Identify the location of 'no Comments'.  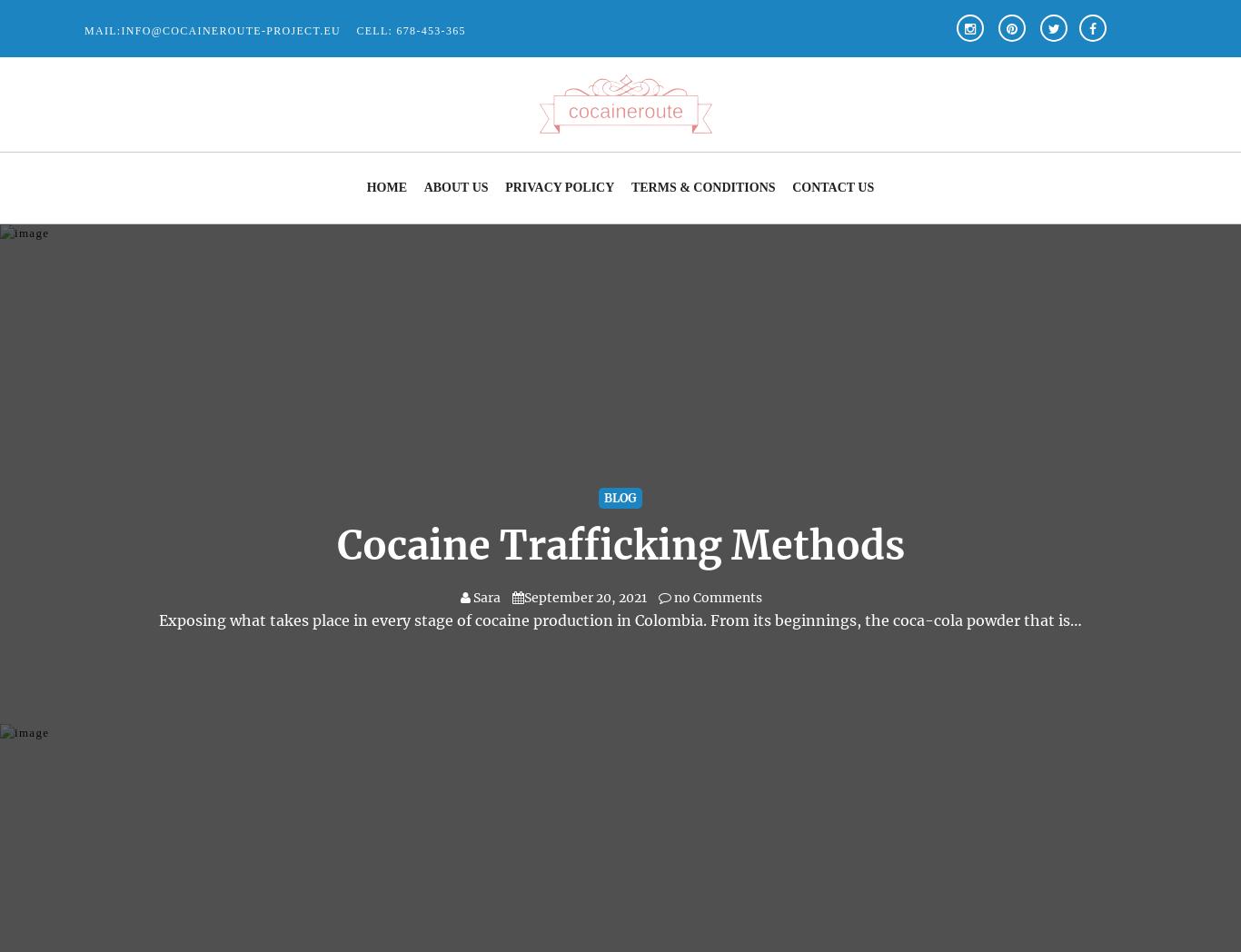
(717, 598).